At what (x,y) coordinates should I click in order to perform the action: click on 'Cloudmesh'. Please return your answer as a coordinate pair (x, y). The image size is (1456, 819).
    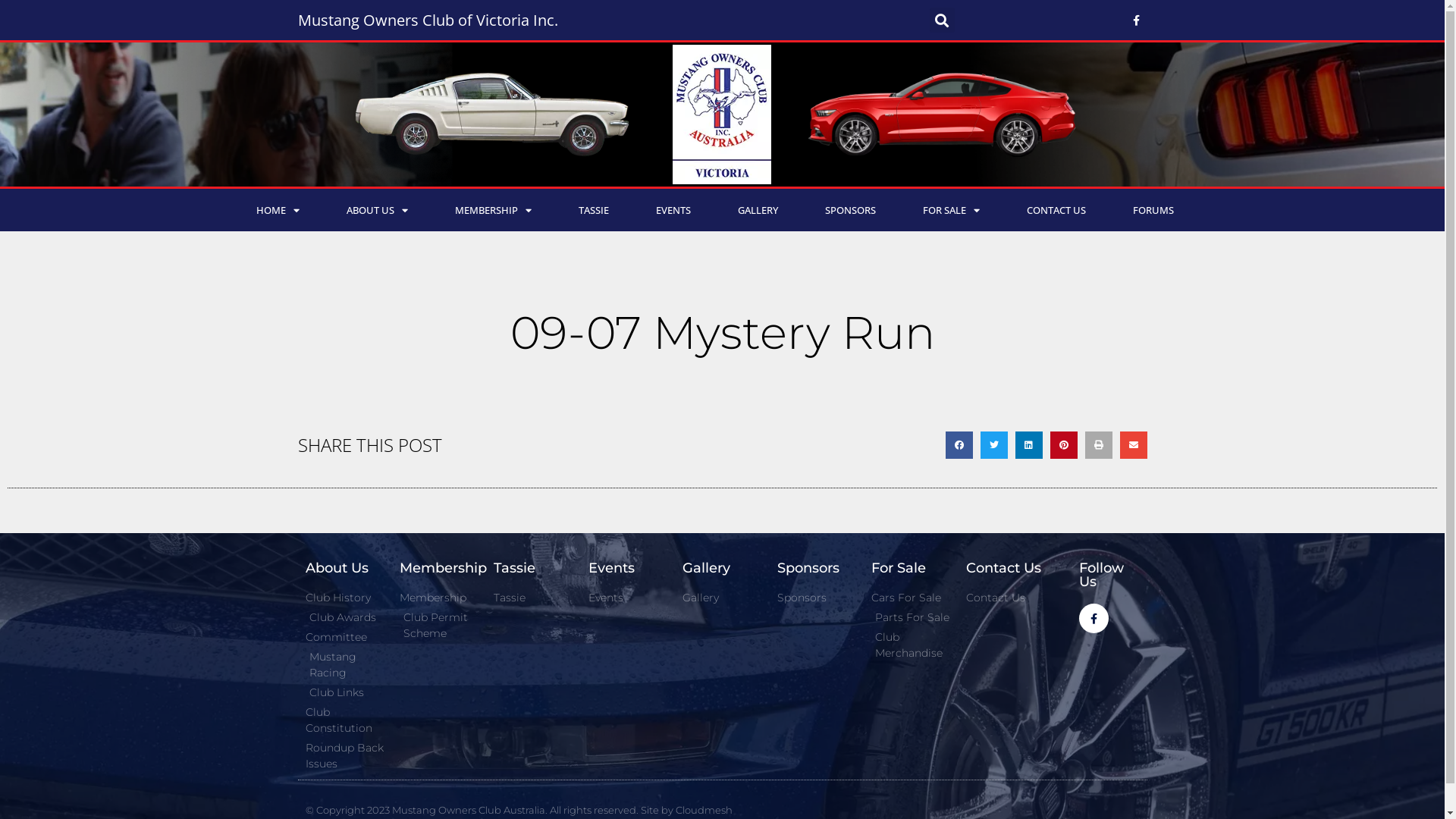
    Looking at the image, I should click on (702, 809).